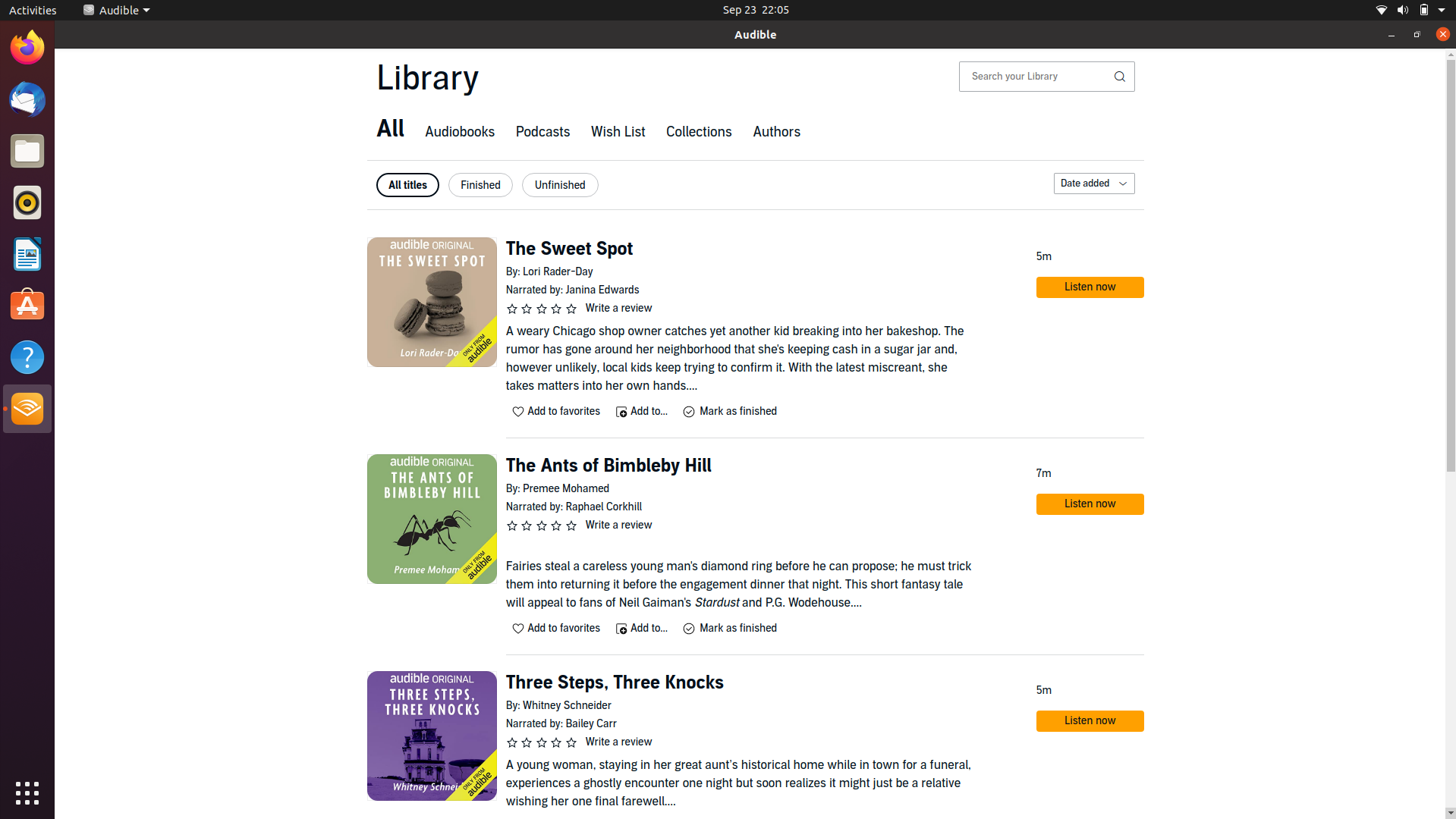 The height and width of the screenshot is (819, 1456). Describe the element at coordinates (1093, 183) in the screenshot. I see `Rearrange the catalogue based on when they were added` at that location.